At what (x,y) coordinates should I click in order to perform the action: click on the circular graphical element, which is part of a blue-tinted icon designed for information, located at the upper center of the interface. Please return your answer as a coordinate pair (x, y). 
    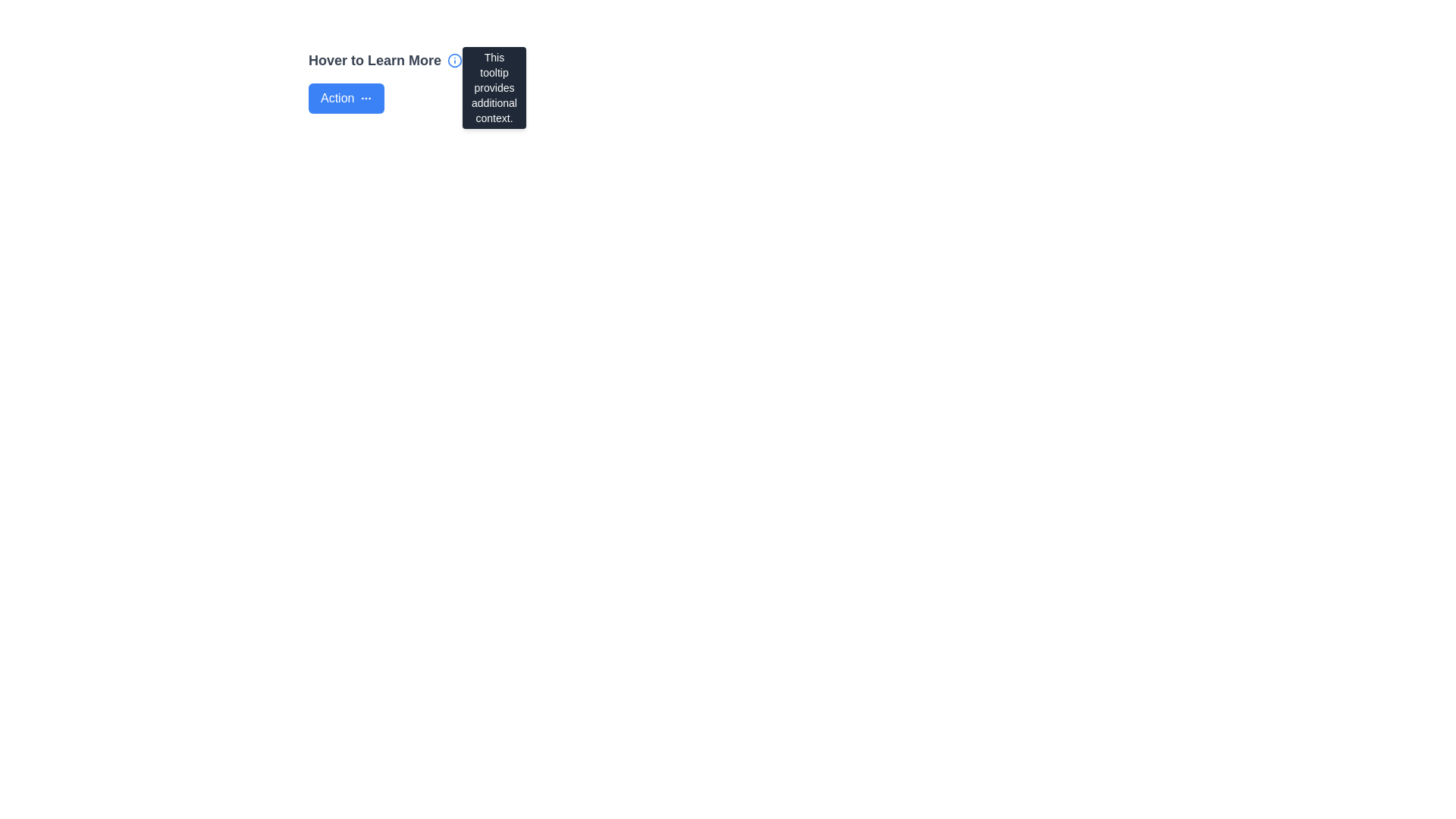
    Looking at the image, I should click on (454, 60).